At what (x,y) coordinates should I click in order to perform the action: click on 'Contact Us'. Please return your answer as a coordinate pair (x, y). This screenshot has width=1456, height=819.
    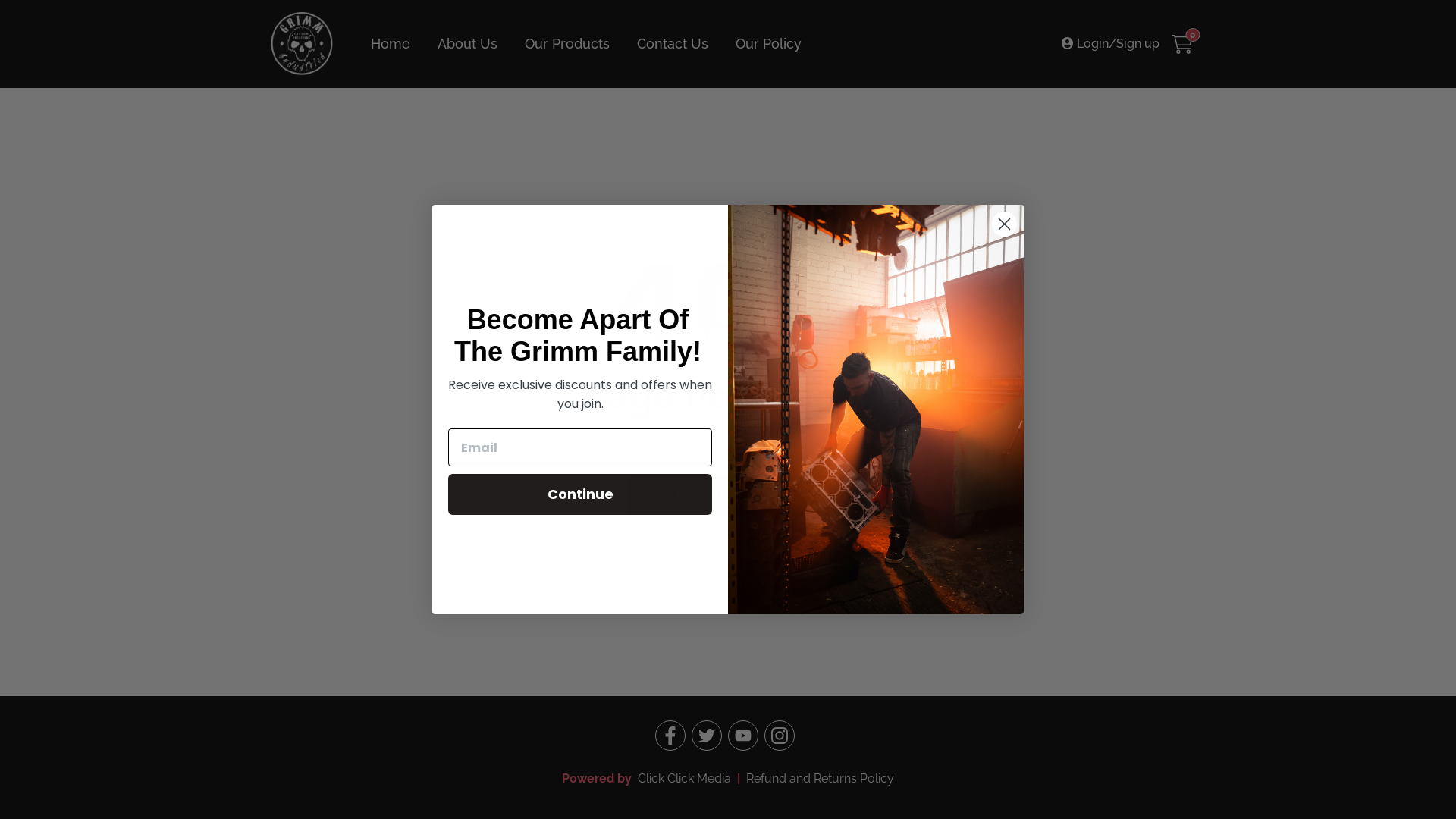
    Looking at the image, I should click on (672, 42).